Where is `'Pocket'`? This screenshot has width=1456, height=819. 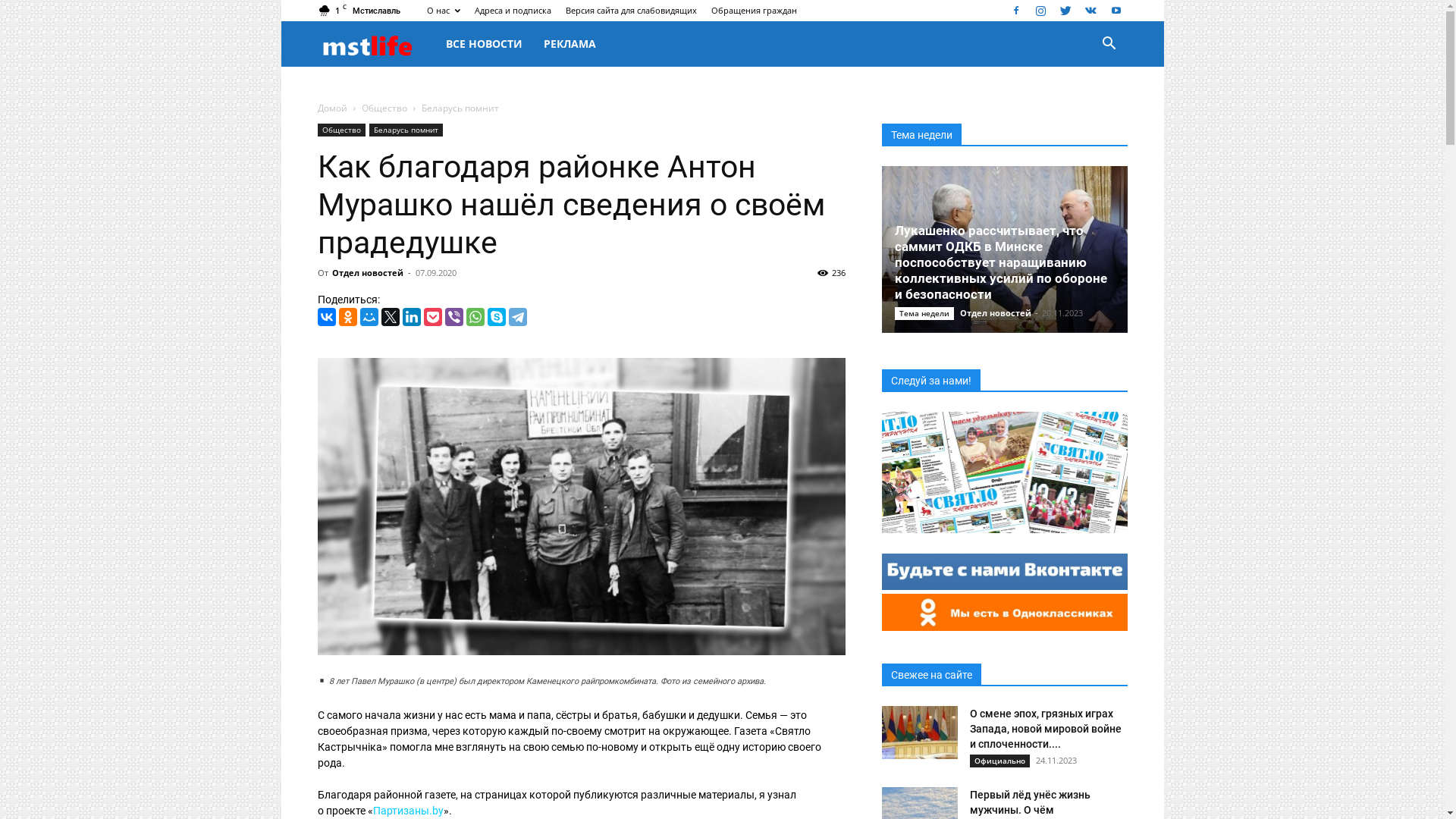 'Pocket' is located at coordinates (431, 315).